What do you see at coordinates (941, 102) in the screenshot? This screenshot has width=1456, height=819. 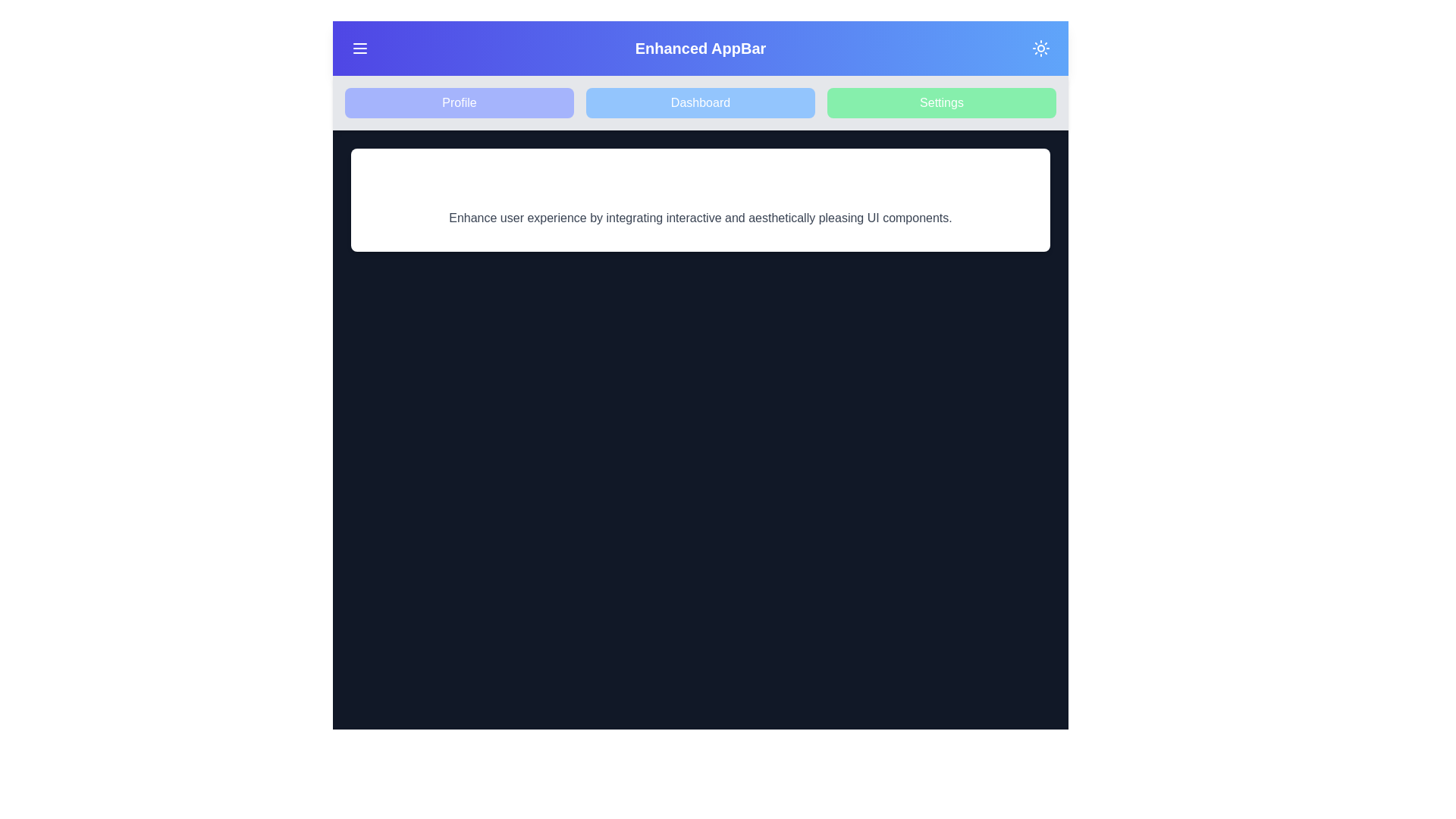 I see `the navigation item Settings` at bounding box center [941, 102].